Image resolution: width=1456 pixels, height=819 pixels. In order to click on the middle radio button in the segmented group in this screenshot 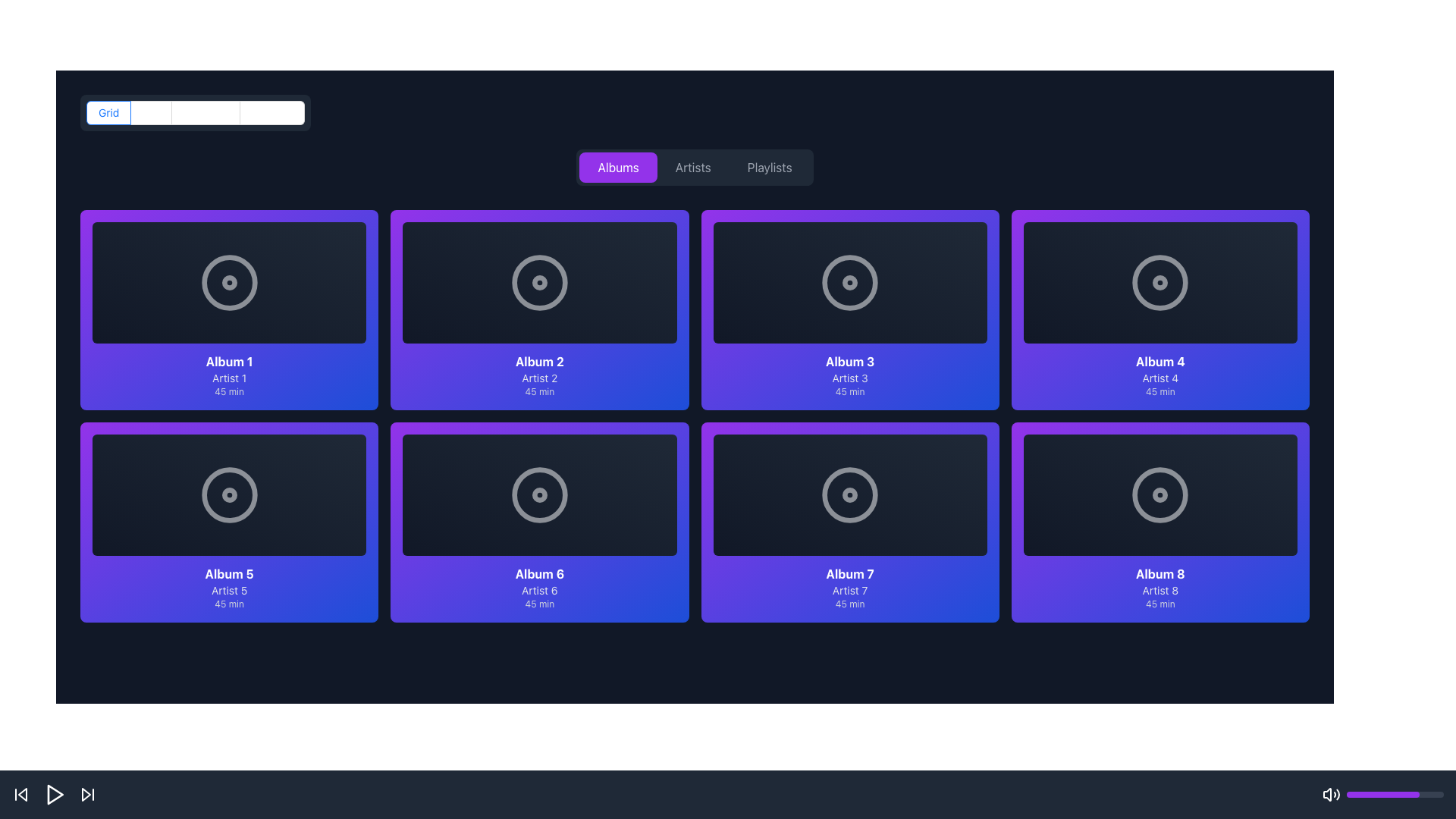, I will do `click(151, 112)`.